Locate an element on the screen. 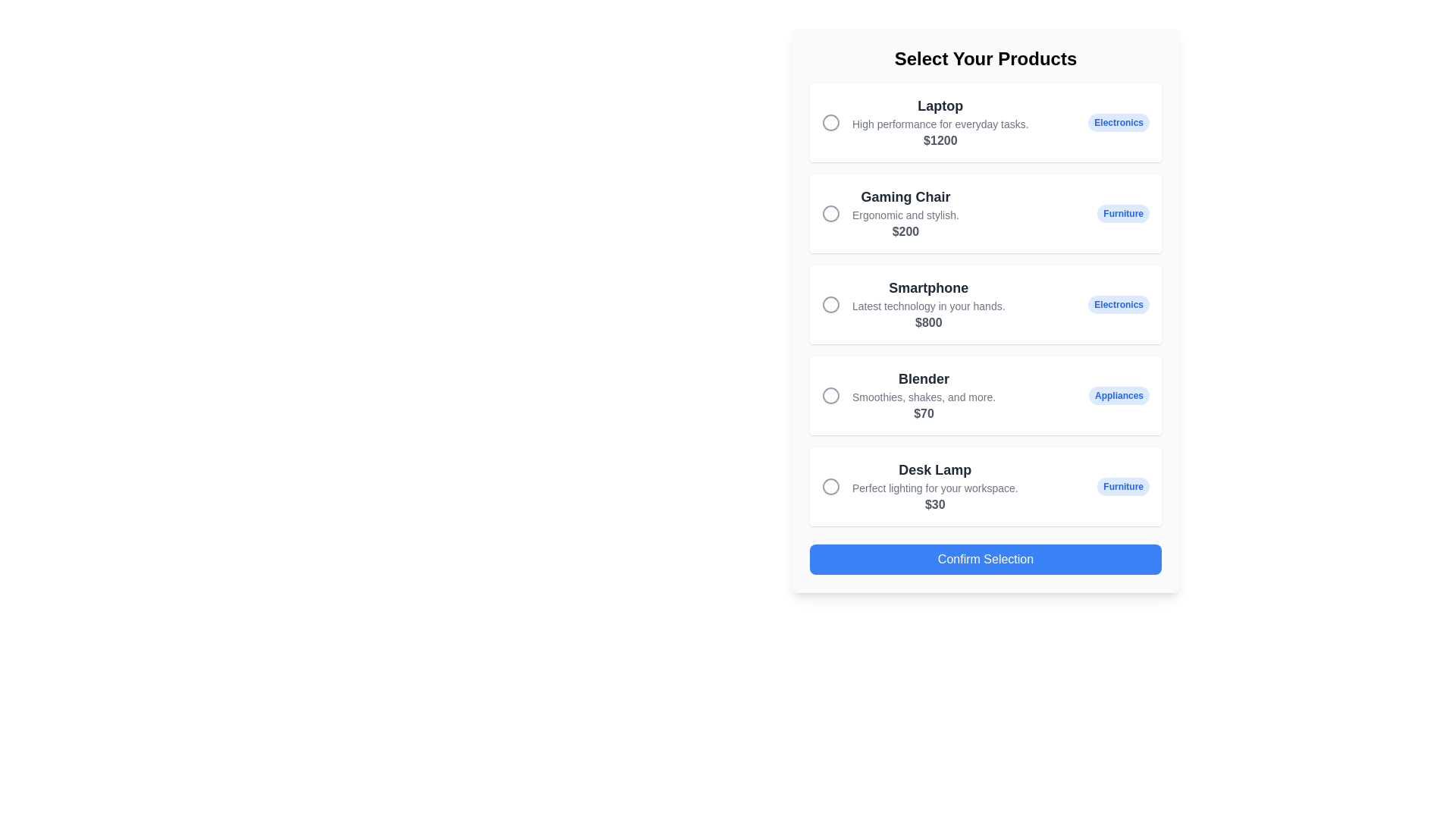  'Electronics' category label located at the topmost product listing card on the right-hand side, aligned with the price text '$1200' is located at coordinates (1119, 122).